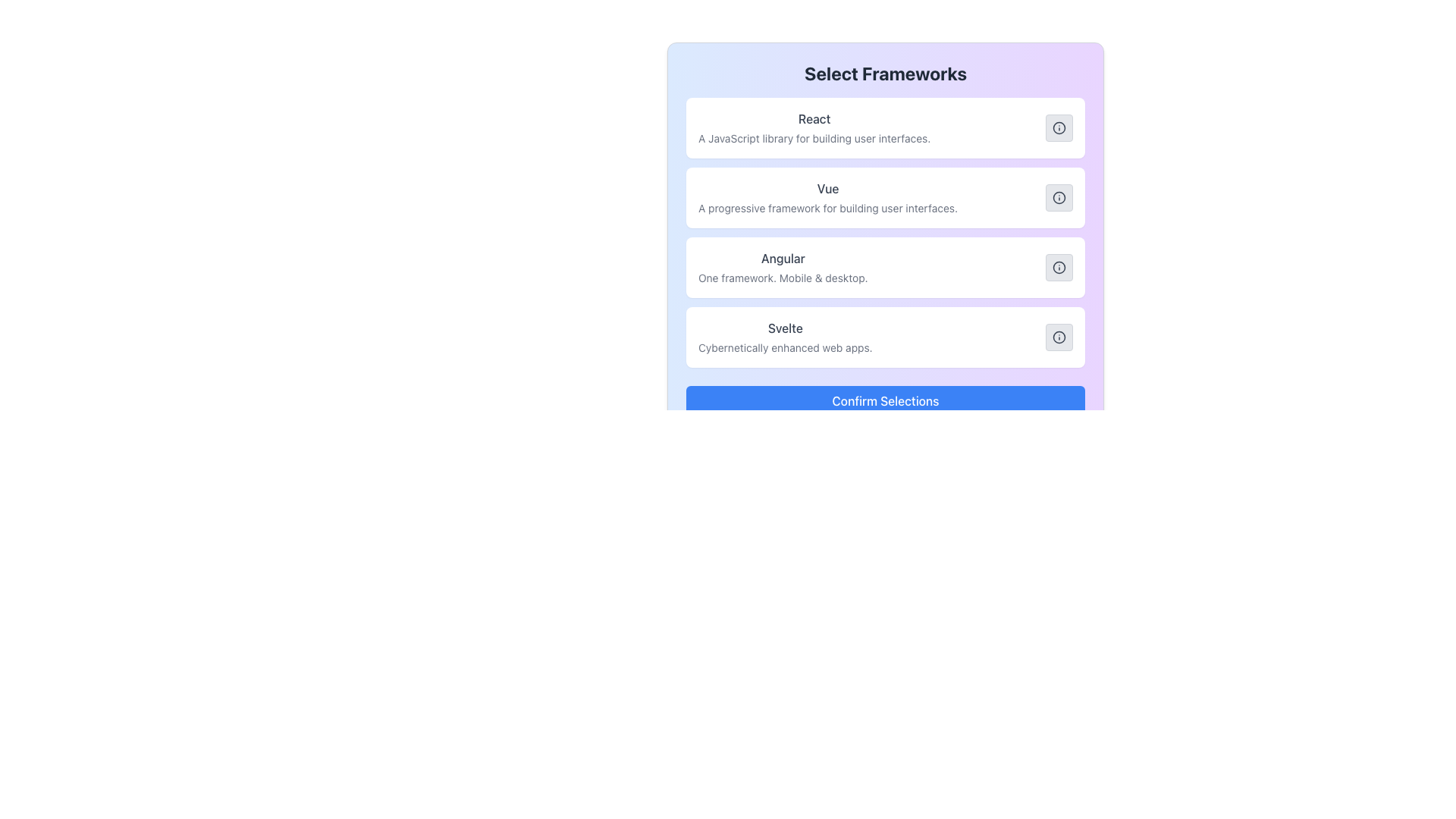 The height and width of the screenshot is (819, 1456). I want to click on the circular Information icon located in the top-right corner of the 'React' option list entry, so click(1058, 127).